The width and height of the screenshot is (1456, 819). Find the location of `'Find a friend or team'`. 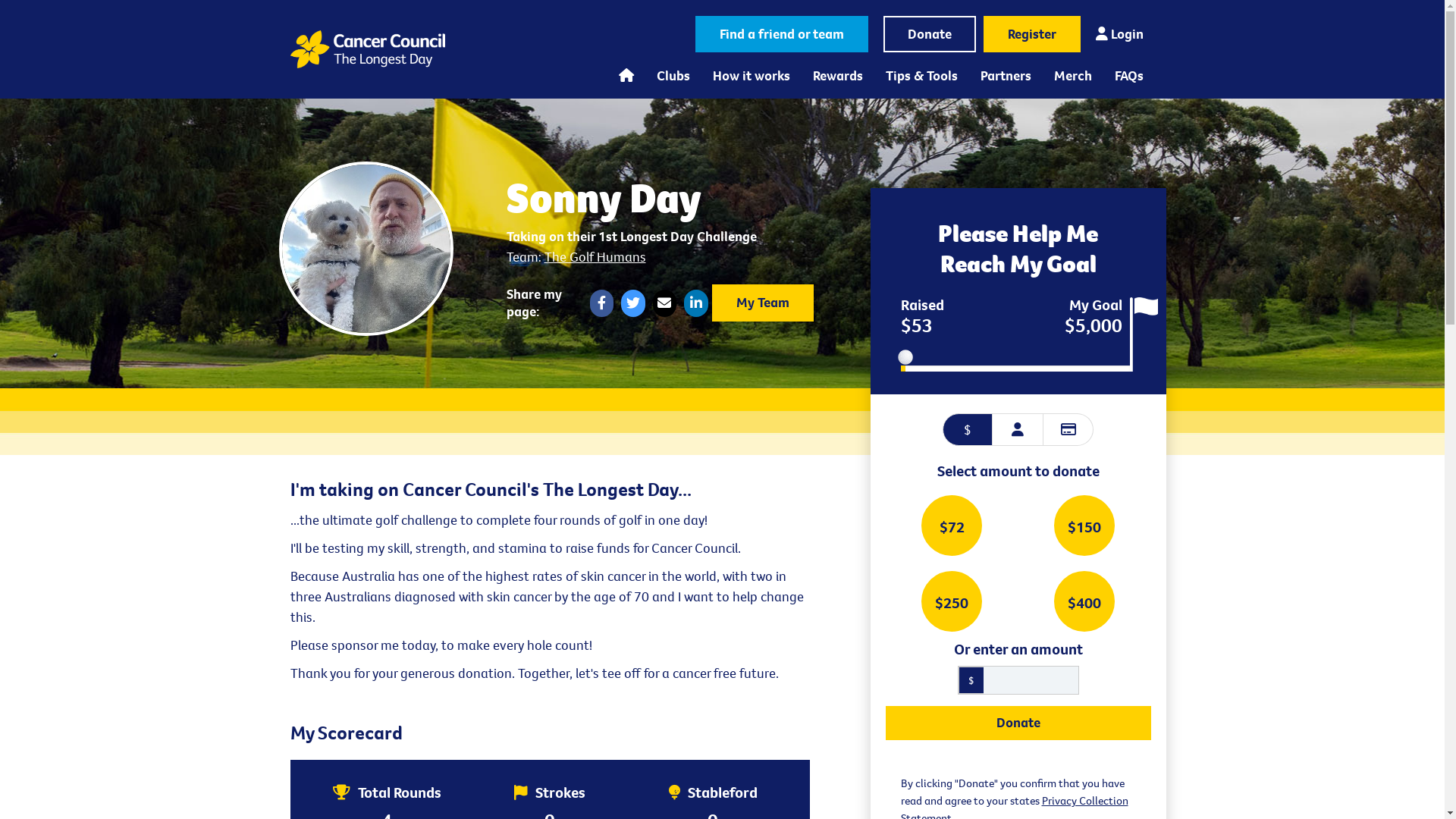

'Find a friend or team' is located at coordinates (694, 34).